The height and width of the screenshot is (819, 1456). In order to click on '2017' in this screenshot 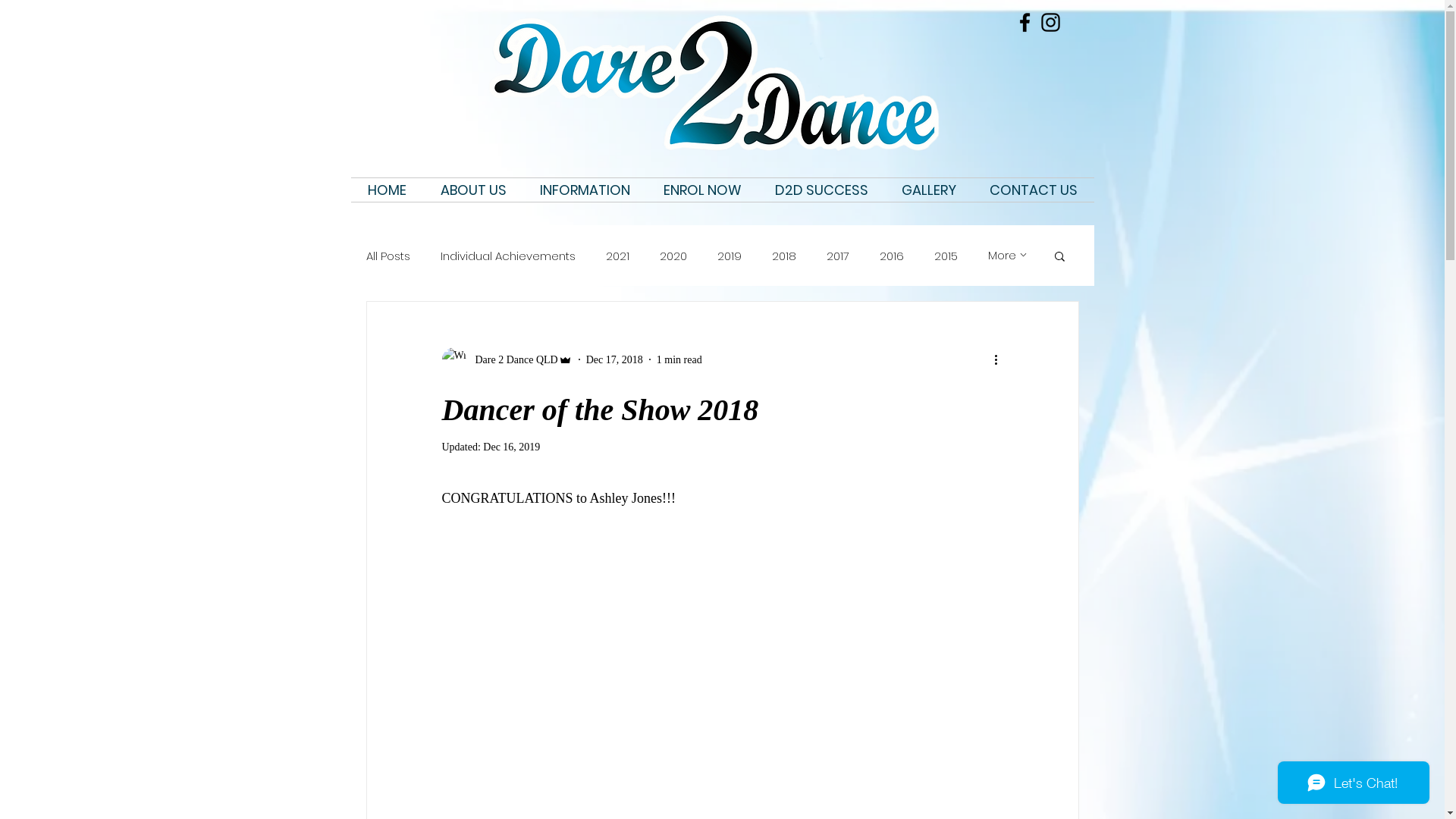, I will do `click(836, 255)`.